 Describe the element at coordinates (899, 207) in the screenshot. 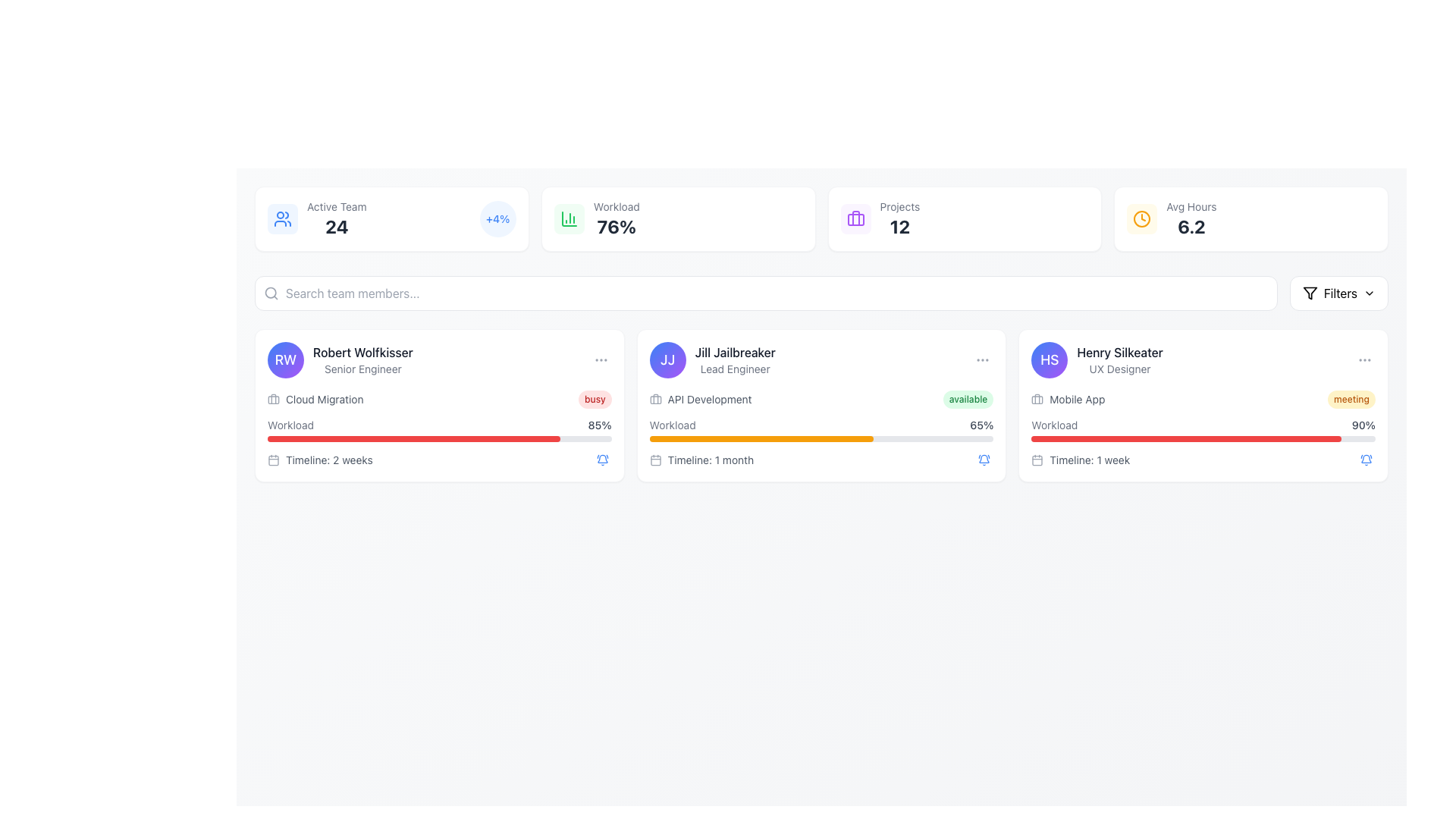

I see `the descriptive text label indicating the count of projects, positioned above the number '12' in the statistics panel` at that location.